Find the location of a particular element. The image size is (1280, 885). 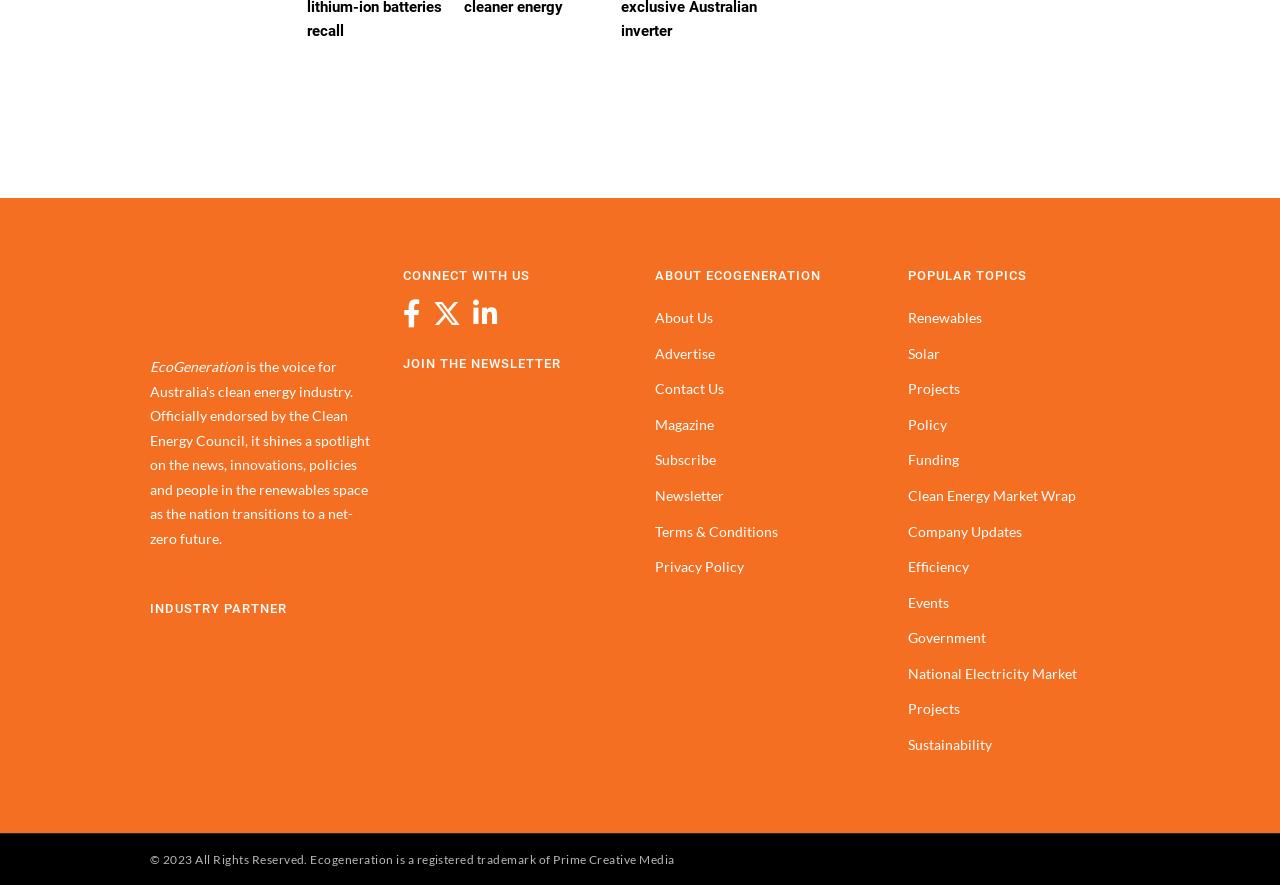

'$27,830' is located at coordinates (615, 254).